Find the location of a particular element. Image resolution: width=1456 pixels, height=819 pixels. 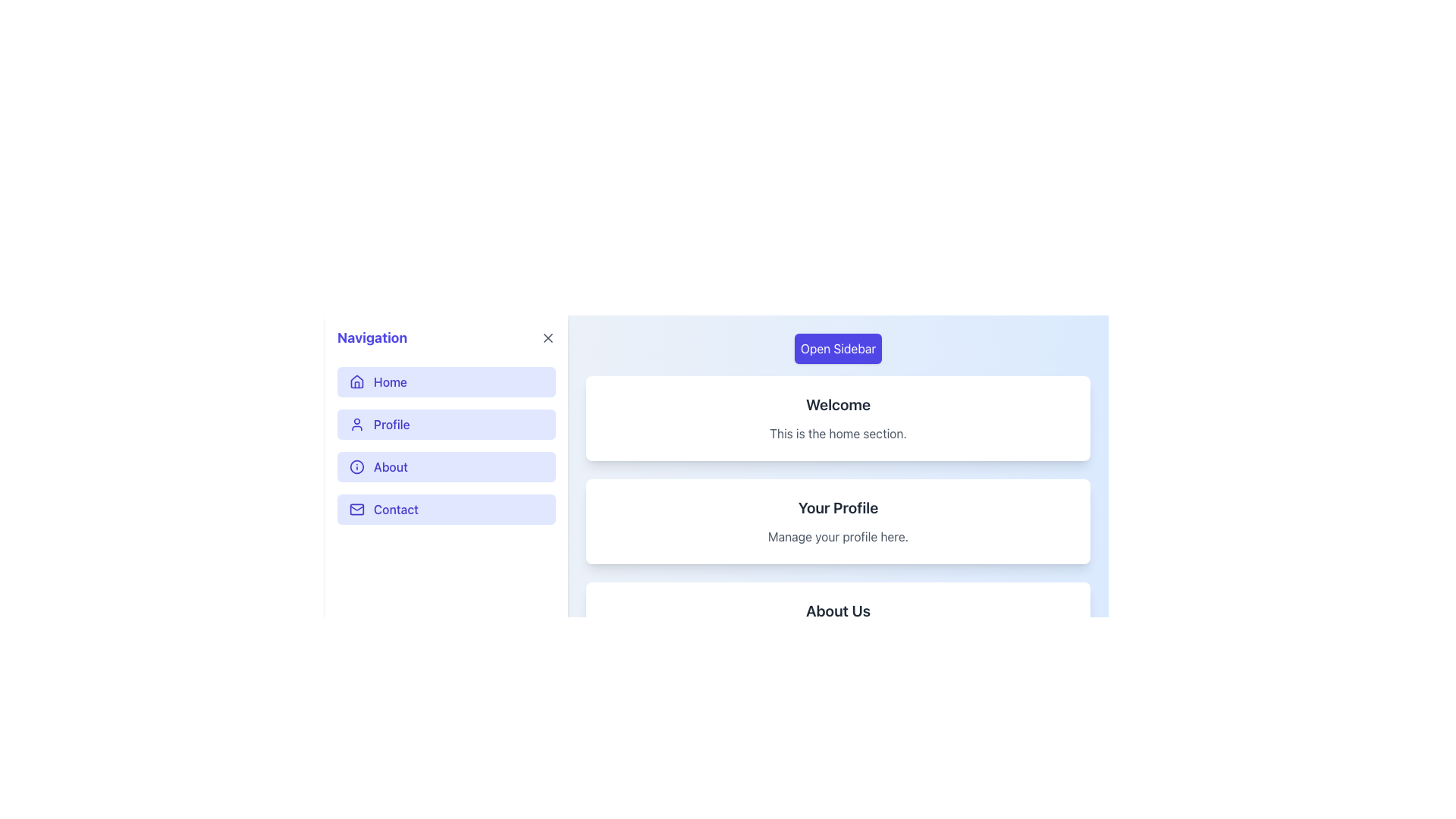

the rectangular shape with rounded corners that forms the body of the envelope icon representing the 'Contact' option in the navigation section is located at coordinates (356, 509).